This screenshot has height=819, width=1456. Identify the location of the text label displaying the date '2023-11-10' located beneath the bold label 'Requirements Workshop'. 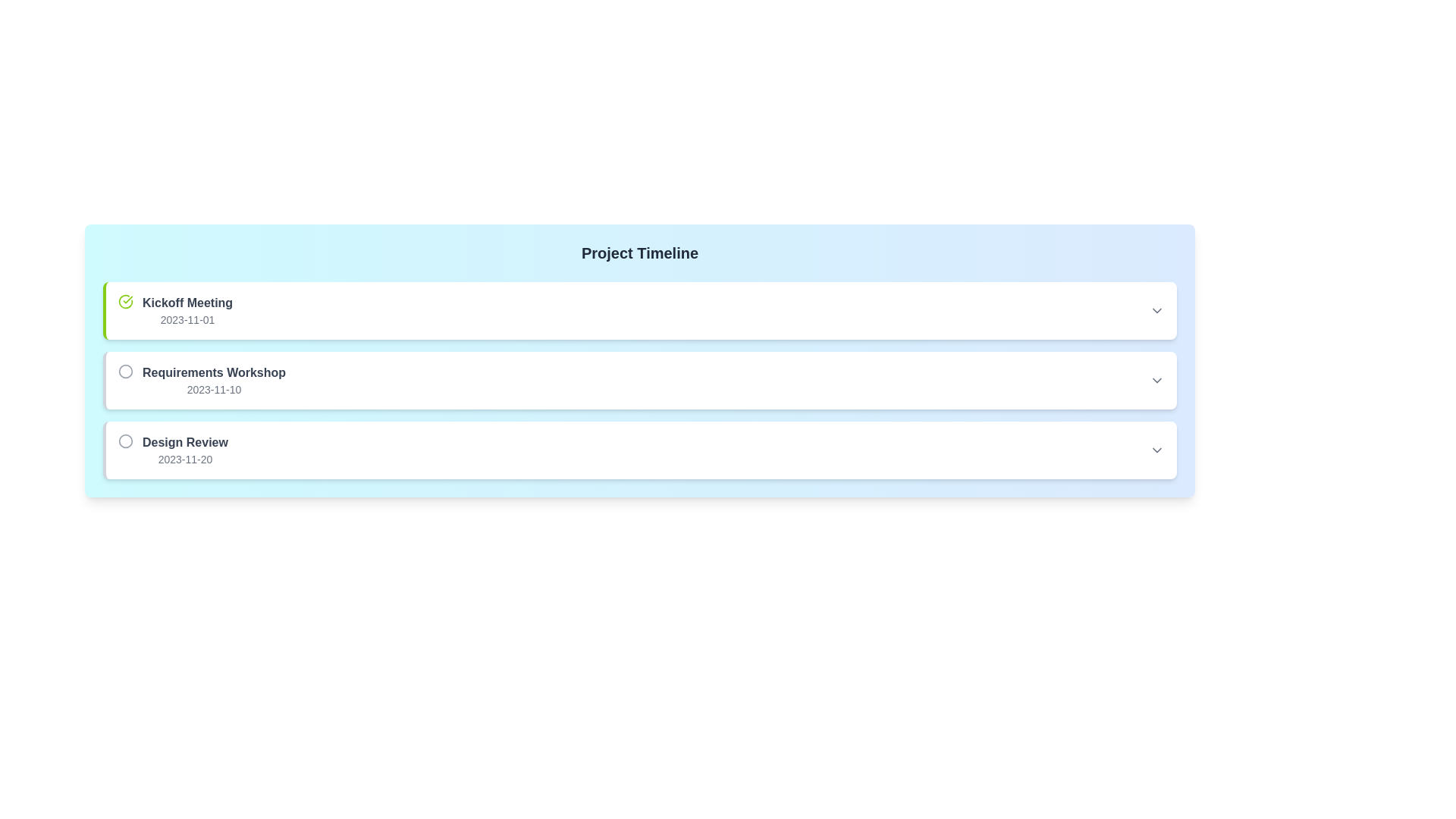
(213, 388).